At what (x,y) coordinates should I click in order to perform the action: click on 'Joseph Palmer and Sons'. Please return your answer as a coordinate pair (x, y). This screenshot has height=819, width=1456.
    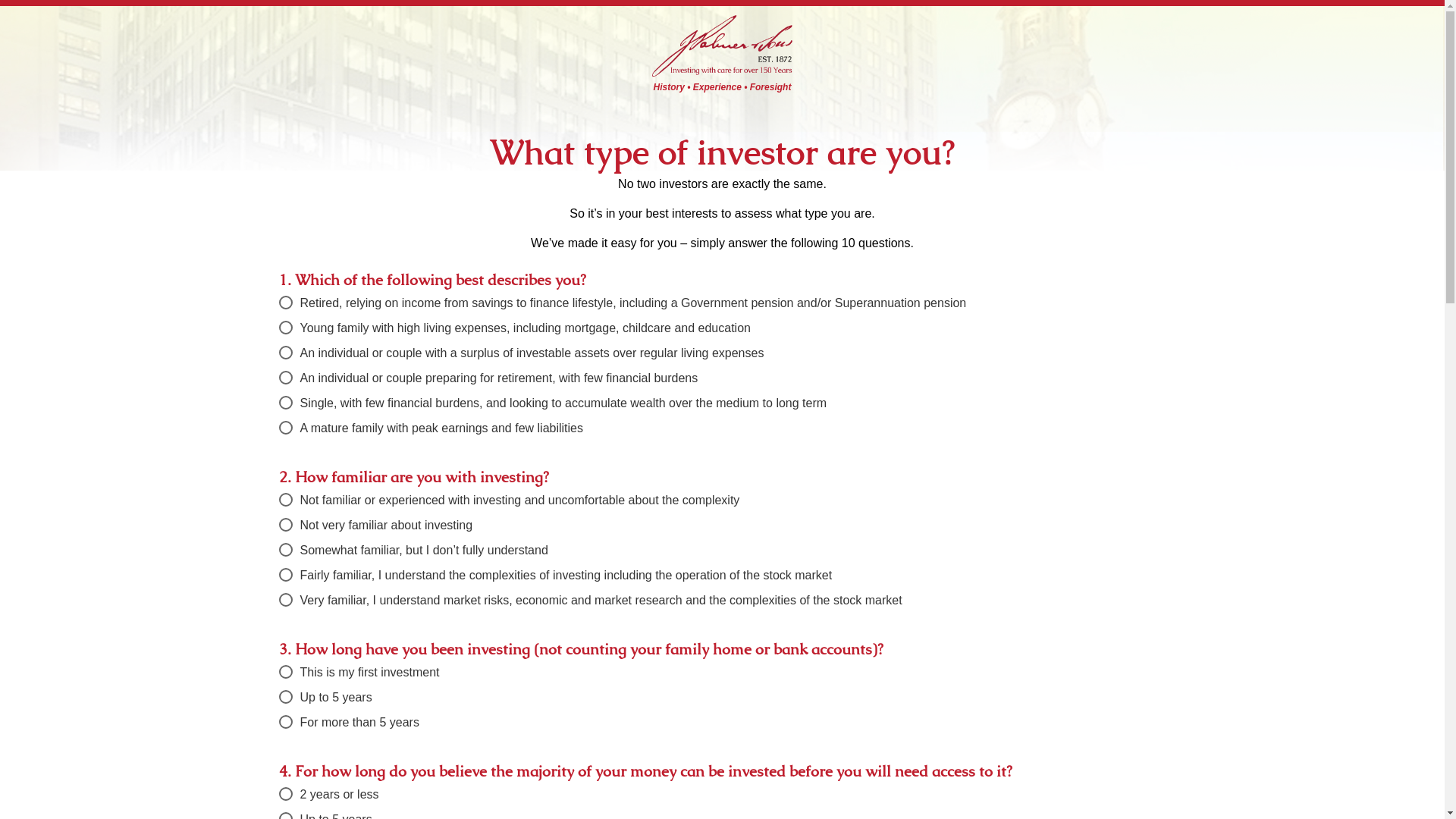
    Looking at the image, I should click on (721, 42).